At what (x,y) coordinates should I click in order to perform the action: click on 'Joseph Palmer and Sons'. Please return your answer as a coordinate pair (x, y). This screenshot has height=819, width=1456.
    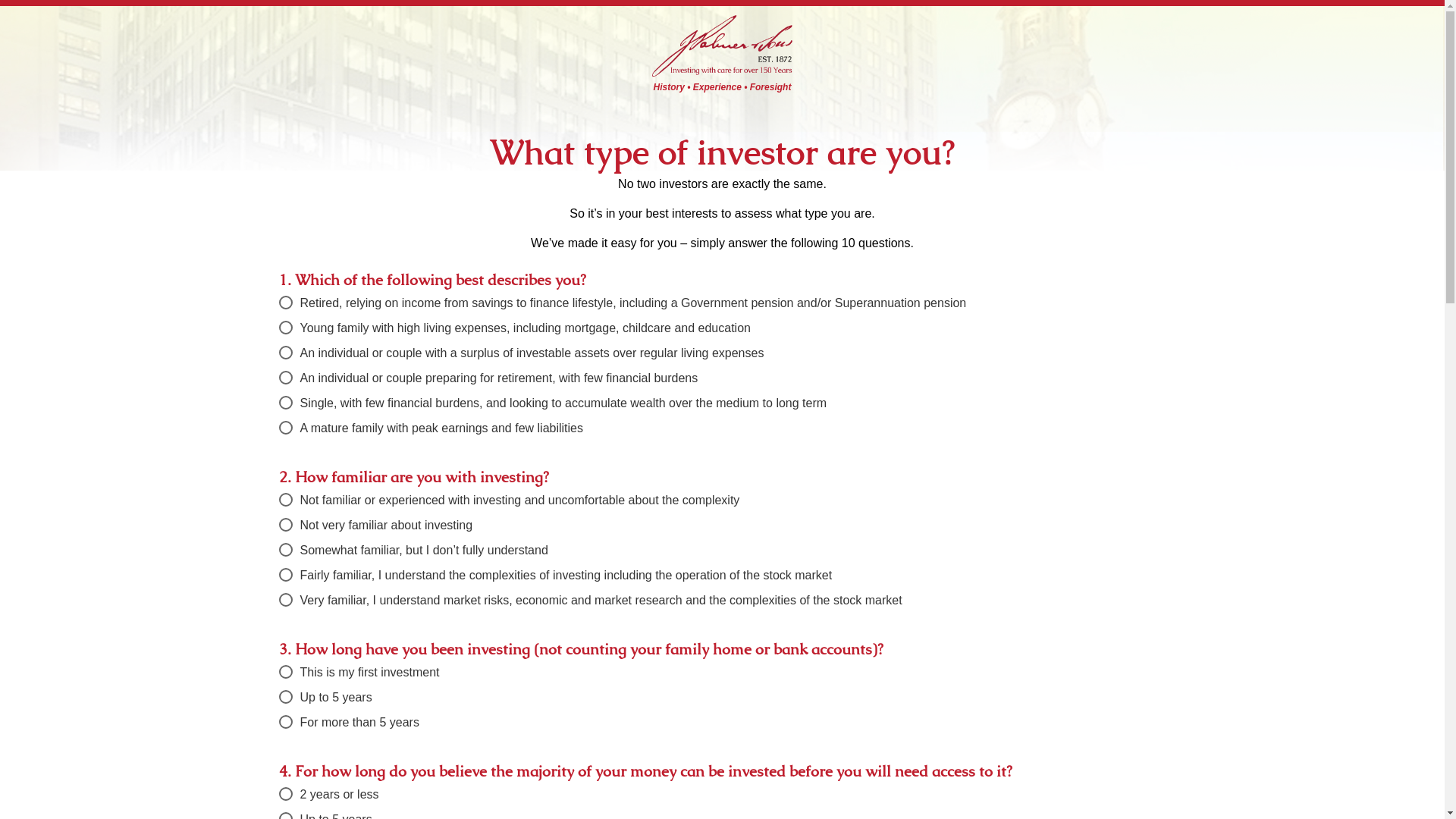
    Looking at the image, I should click on (721, 42).